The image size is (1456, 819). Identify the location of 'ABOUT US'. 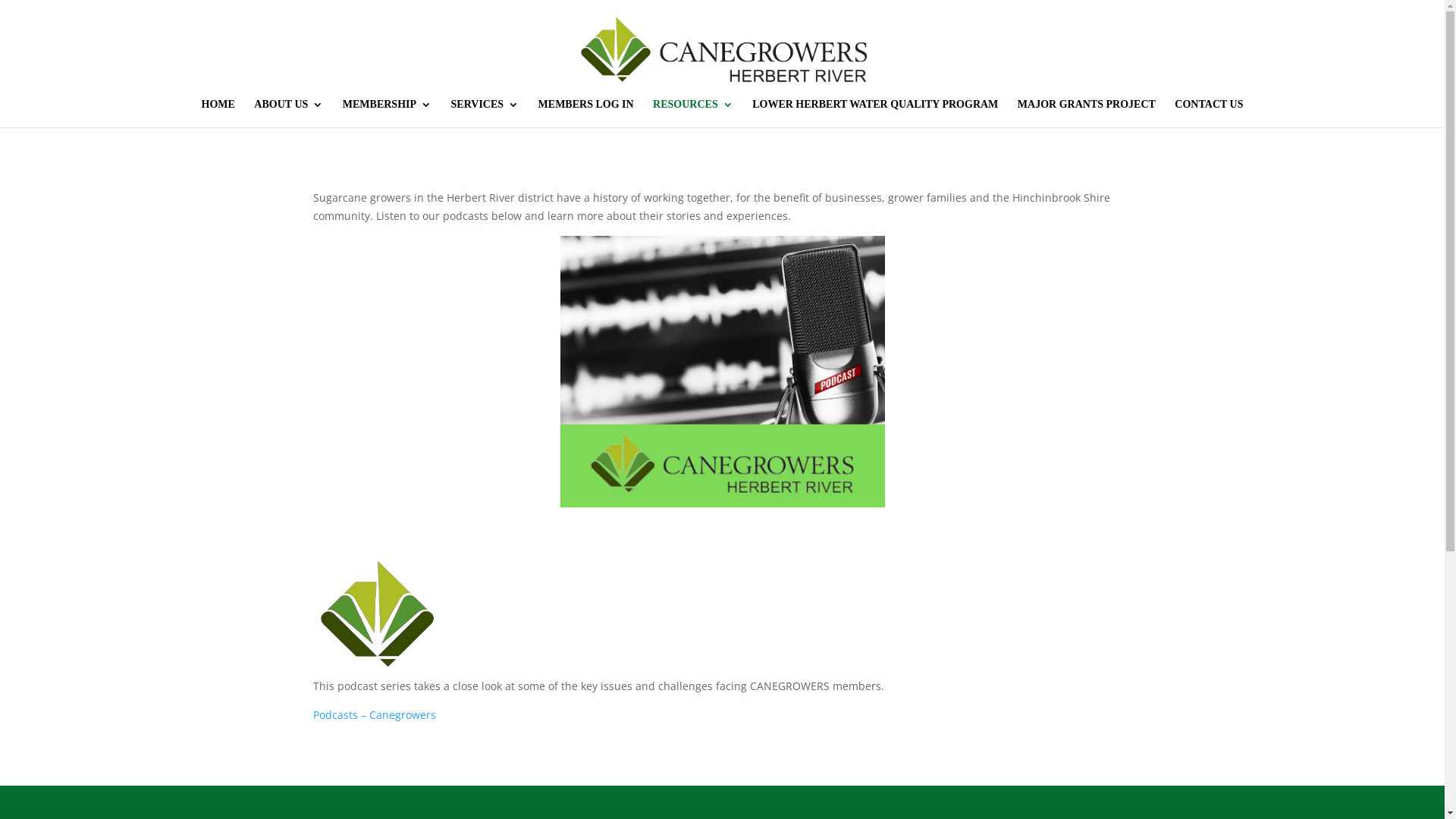
(254, 112).